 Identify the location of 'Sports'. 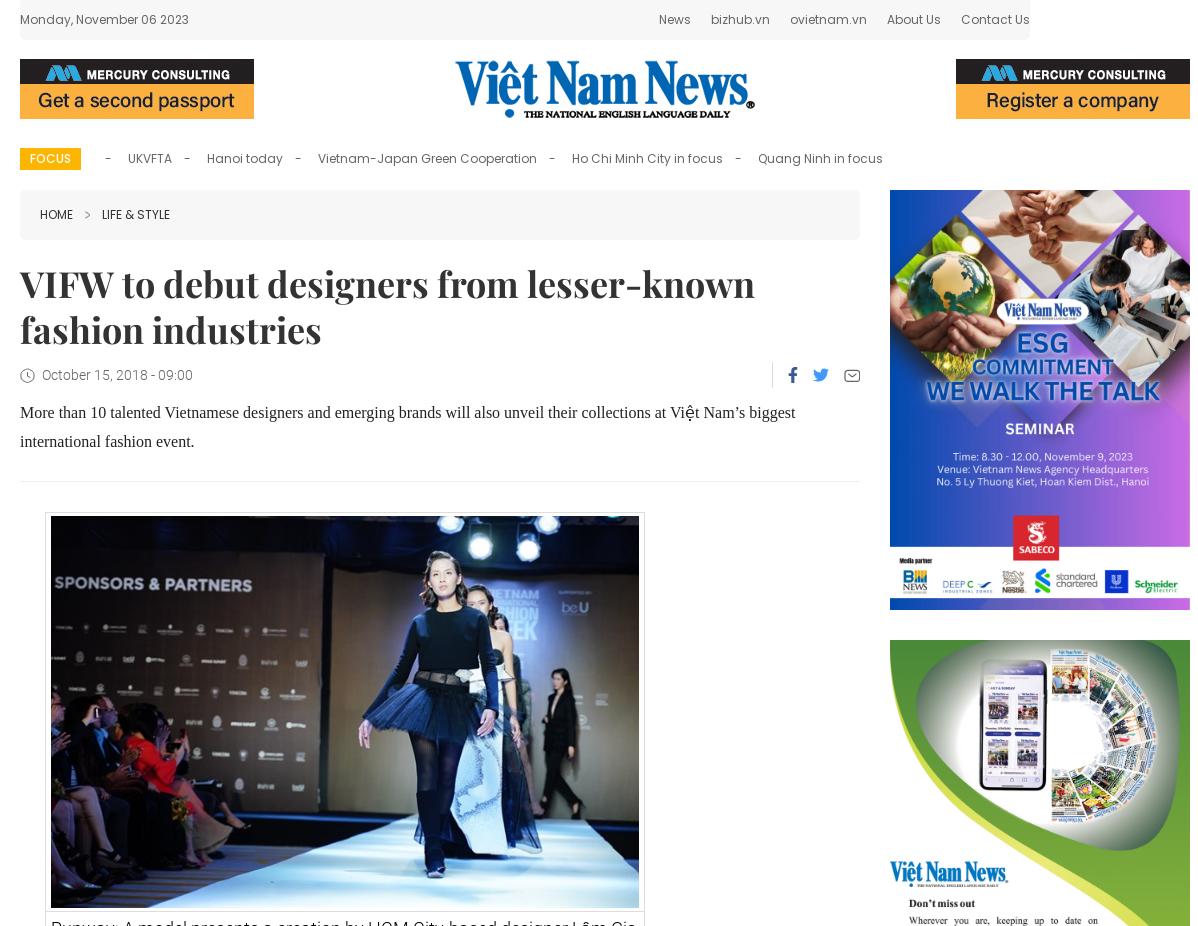
(566, 24).